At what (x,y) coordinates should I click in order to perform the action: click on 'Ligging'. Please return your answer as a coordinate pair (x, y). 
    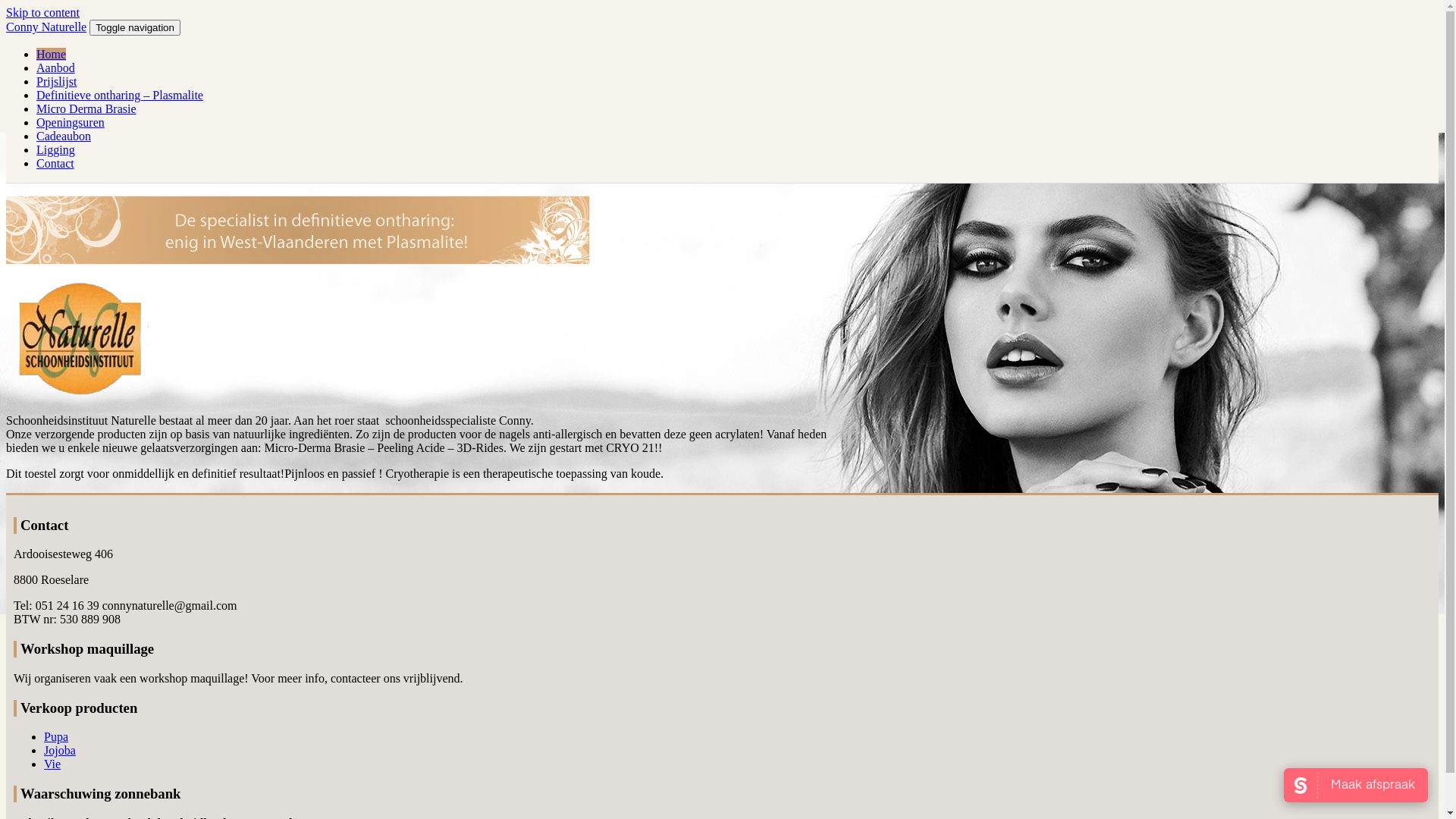
    Looking at the image, I should click on (55, 149).